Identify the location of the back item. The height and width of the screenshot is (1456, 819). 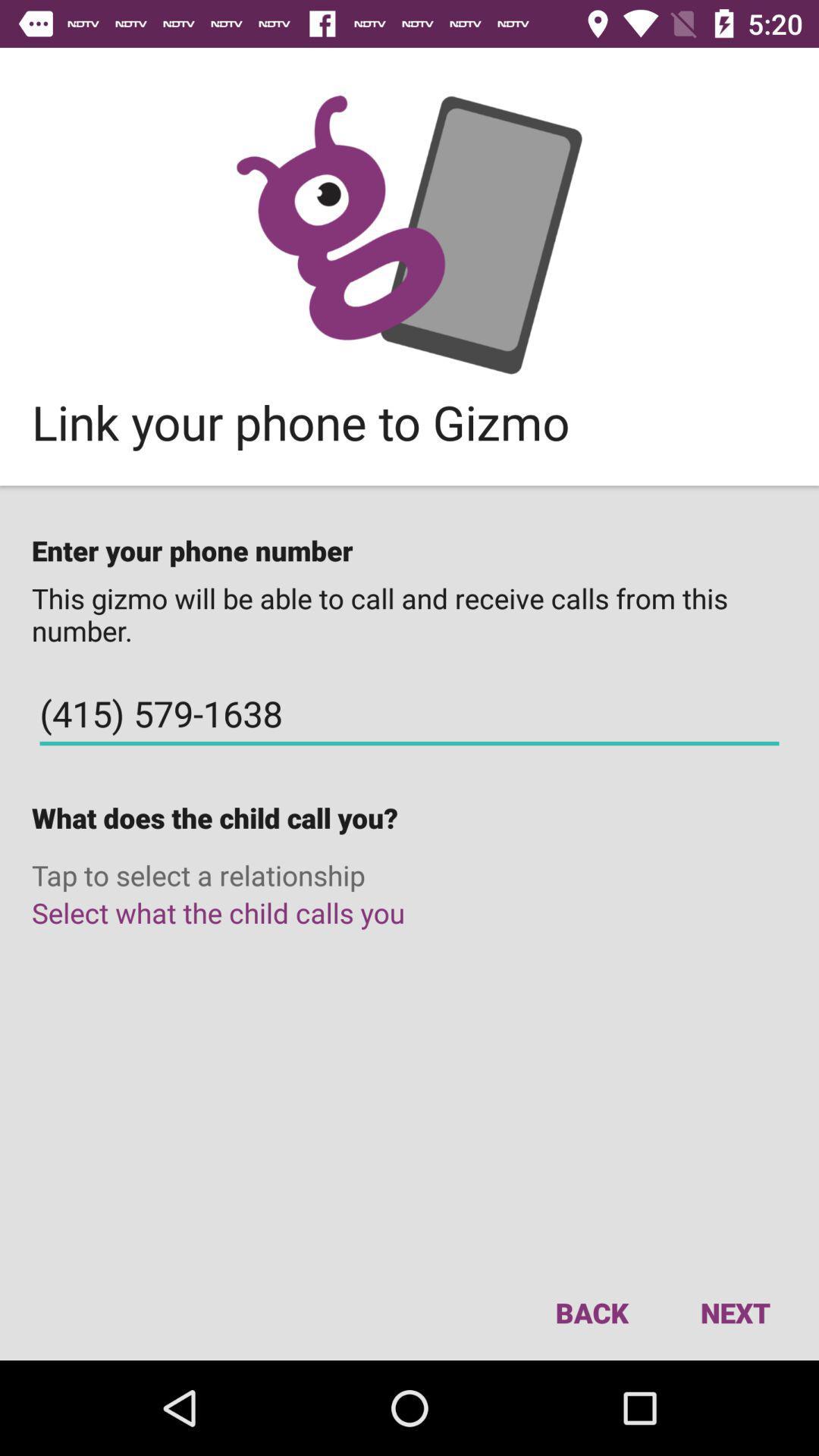
(591, 1312).